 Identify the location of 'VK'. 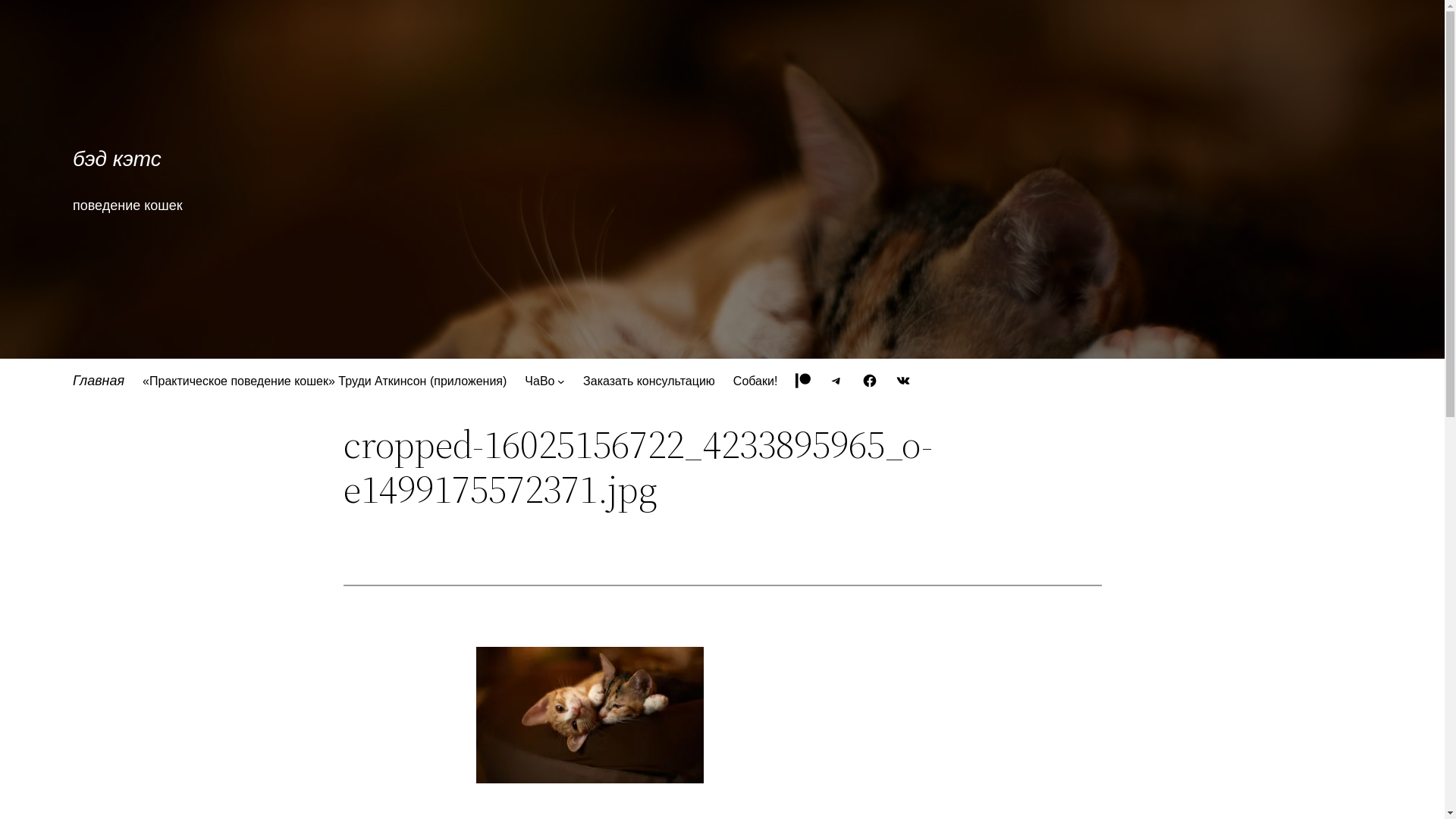
(902, 379).